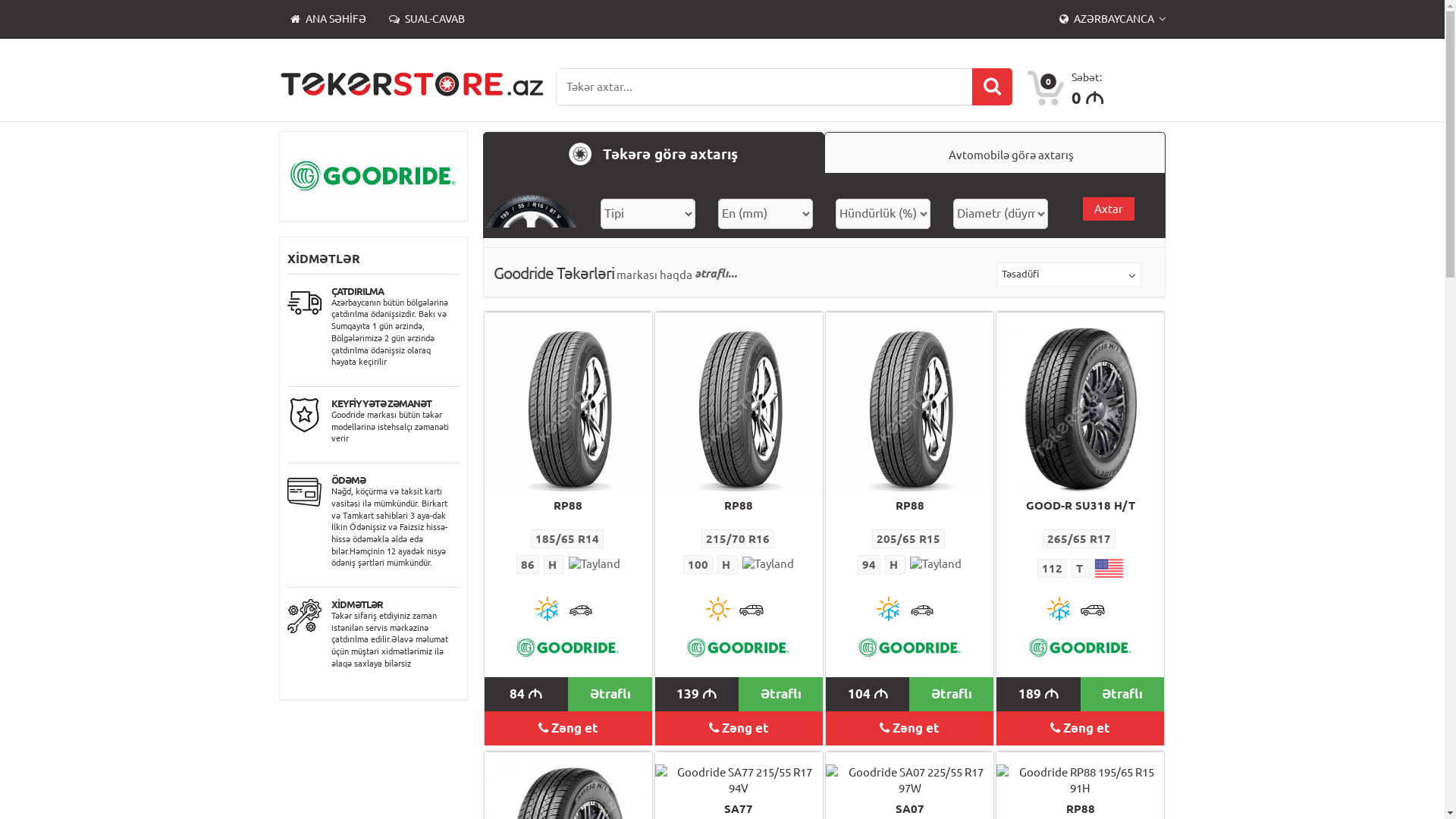 The height and width of the screenshot is (819, 1456). What do you see at coordinates (739, 808) in the screenshot?
I see `'SA77'` at bounding box center [739, 808].